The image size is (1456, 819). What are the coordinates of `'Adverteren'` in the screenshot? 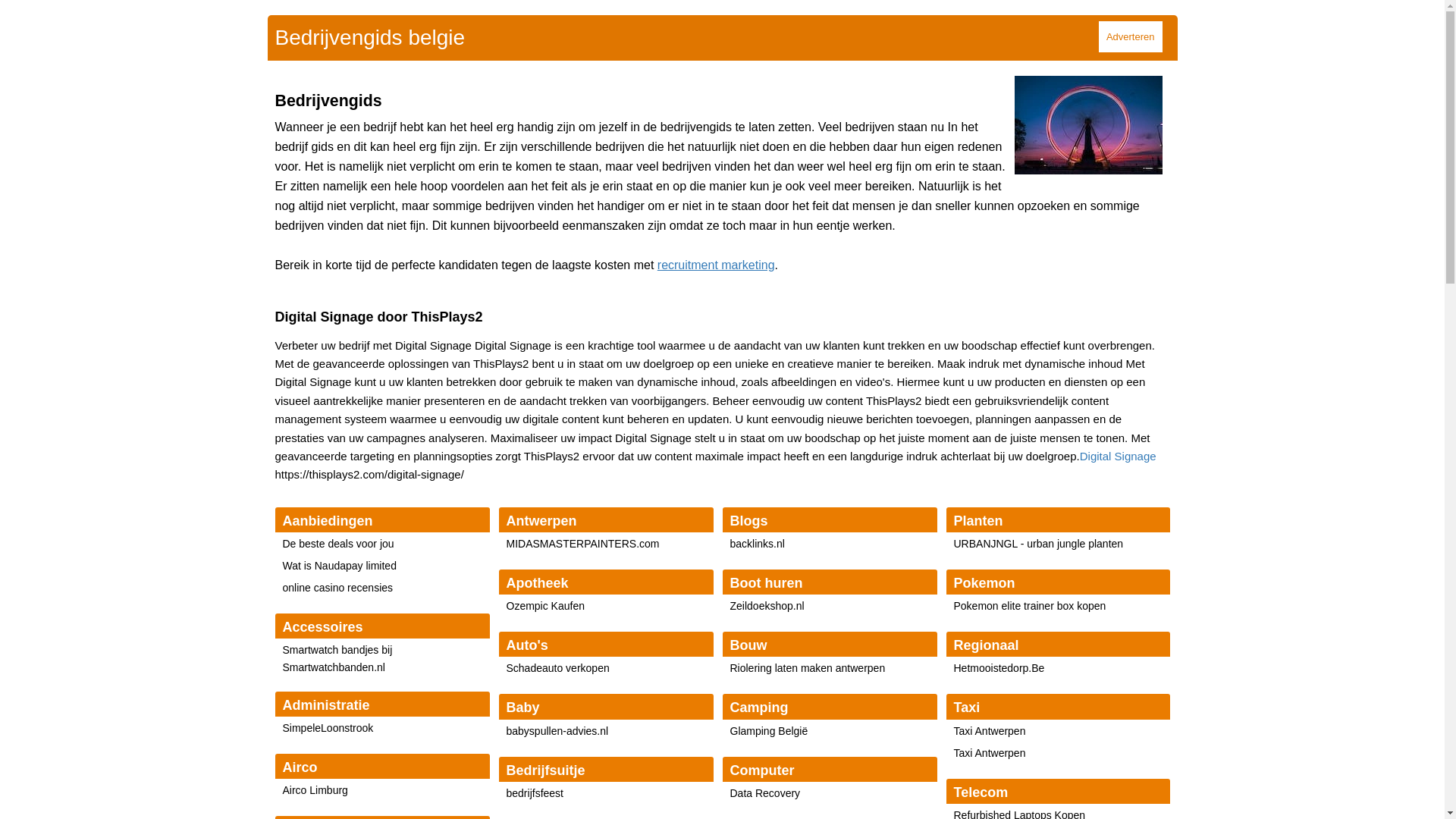 It's located at (1131, 36).